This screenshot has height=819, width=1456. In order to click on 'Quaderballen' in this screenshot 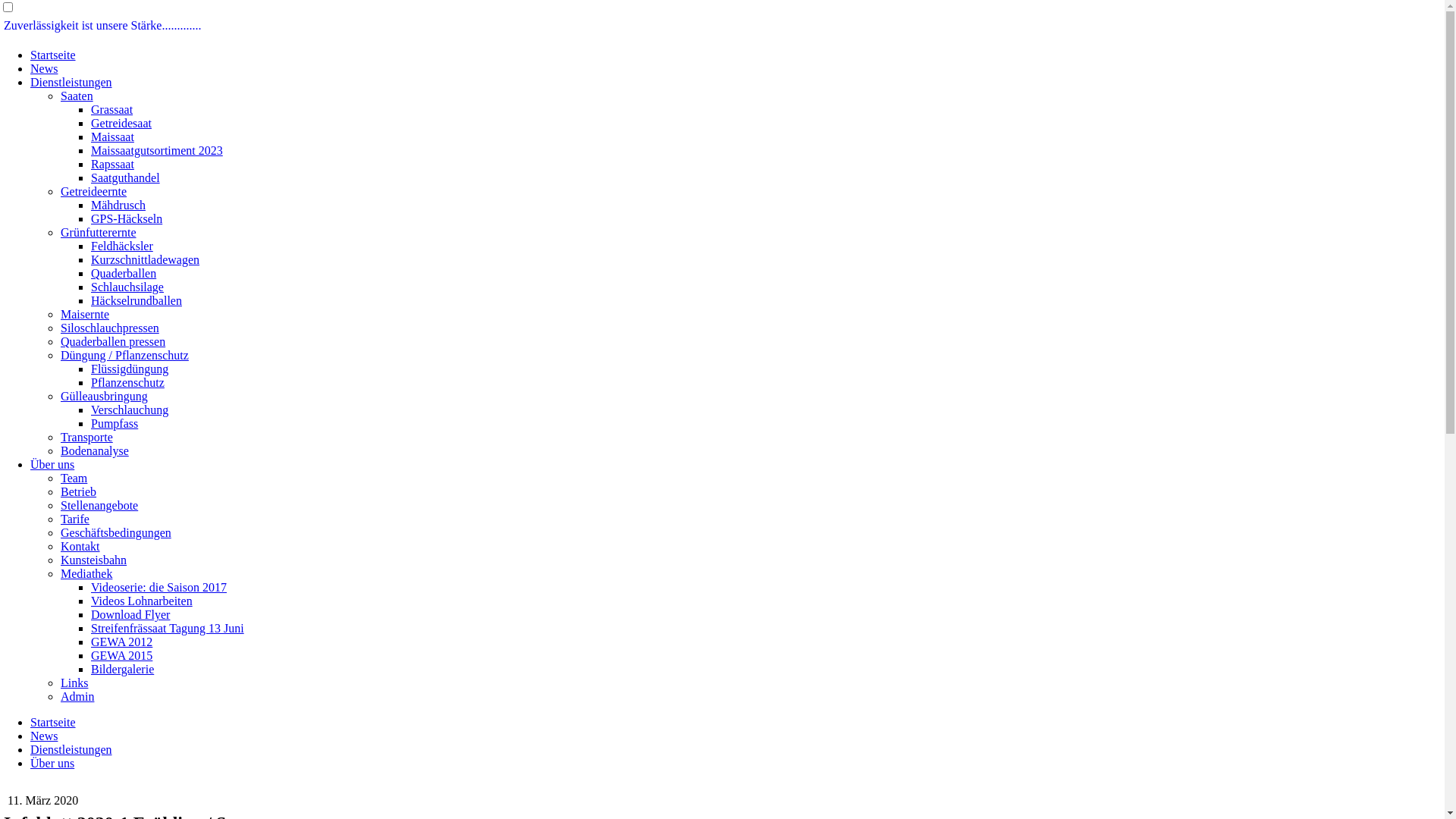, I will do `click(90, 273)`.